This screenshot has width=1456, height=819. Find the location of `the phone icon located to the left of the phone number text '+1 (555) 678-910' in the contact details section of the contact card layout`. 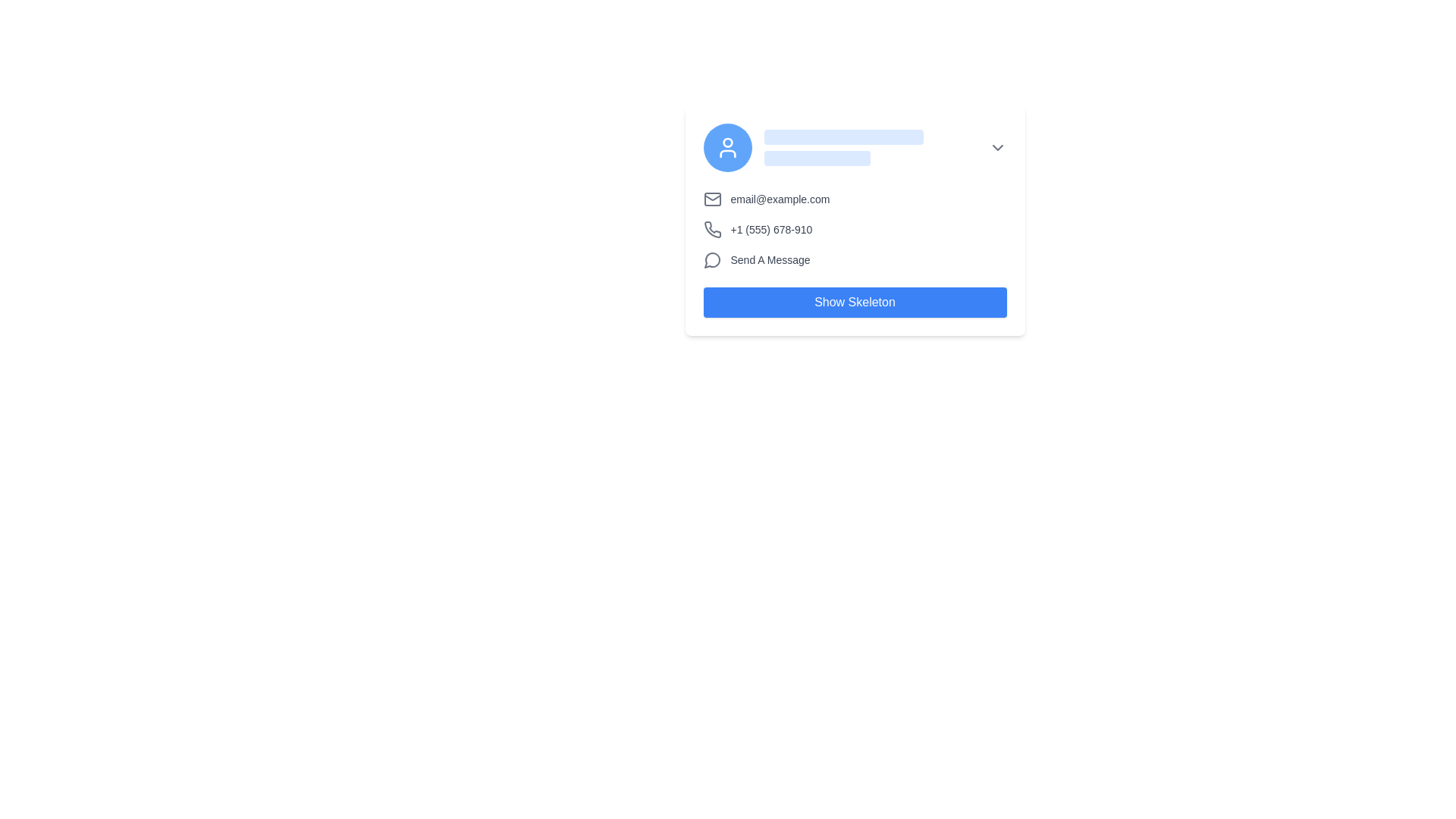

the phone icon located to the left of the phone number text '+1 (555) 678-910' in the contact details section of the contact card layout is located at coordinates (711, 230).